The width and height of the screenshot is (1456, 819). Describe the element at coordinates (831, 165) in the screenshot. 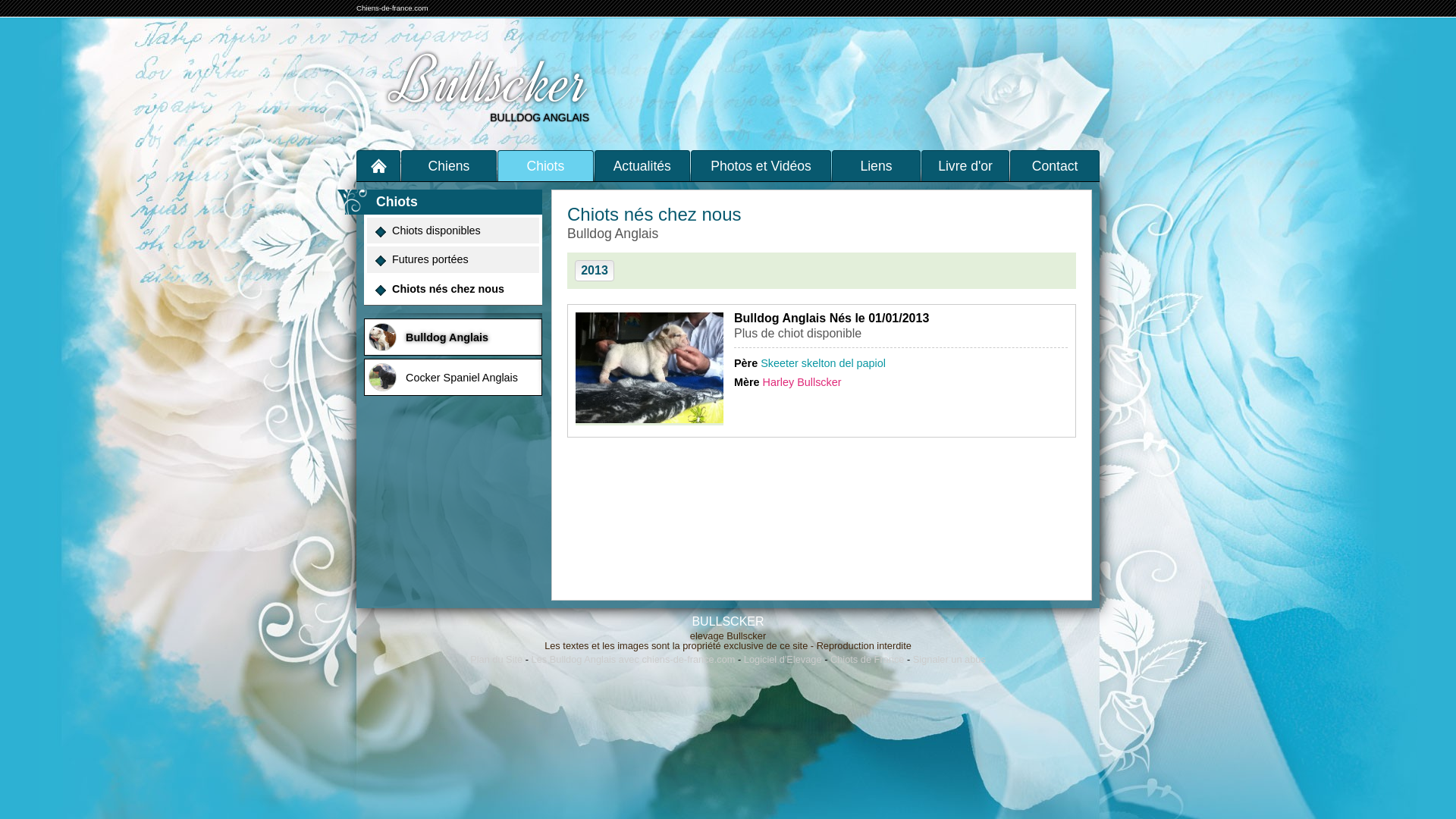

I see `'Liens'` at that location.